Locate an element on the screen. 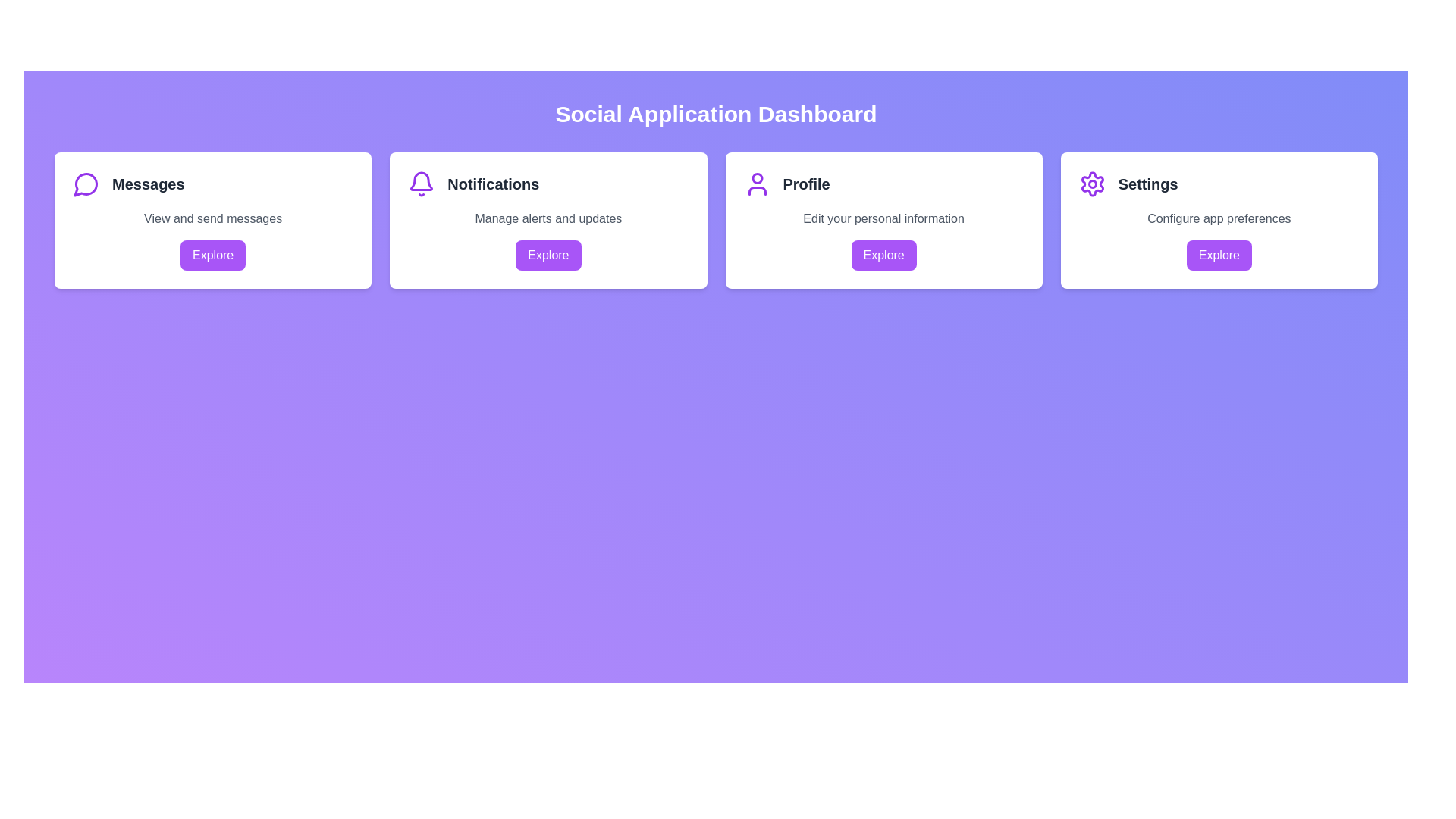  the second 'Explore' button with a purple background and white bold text located at the bottom of the 'Notifications' card is located at coordinates (548, 254).